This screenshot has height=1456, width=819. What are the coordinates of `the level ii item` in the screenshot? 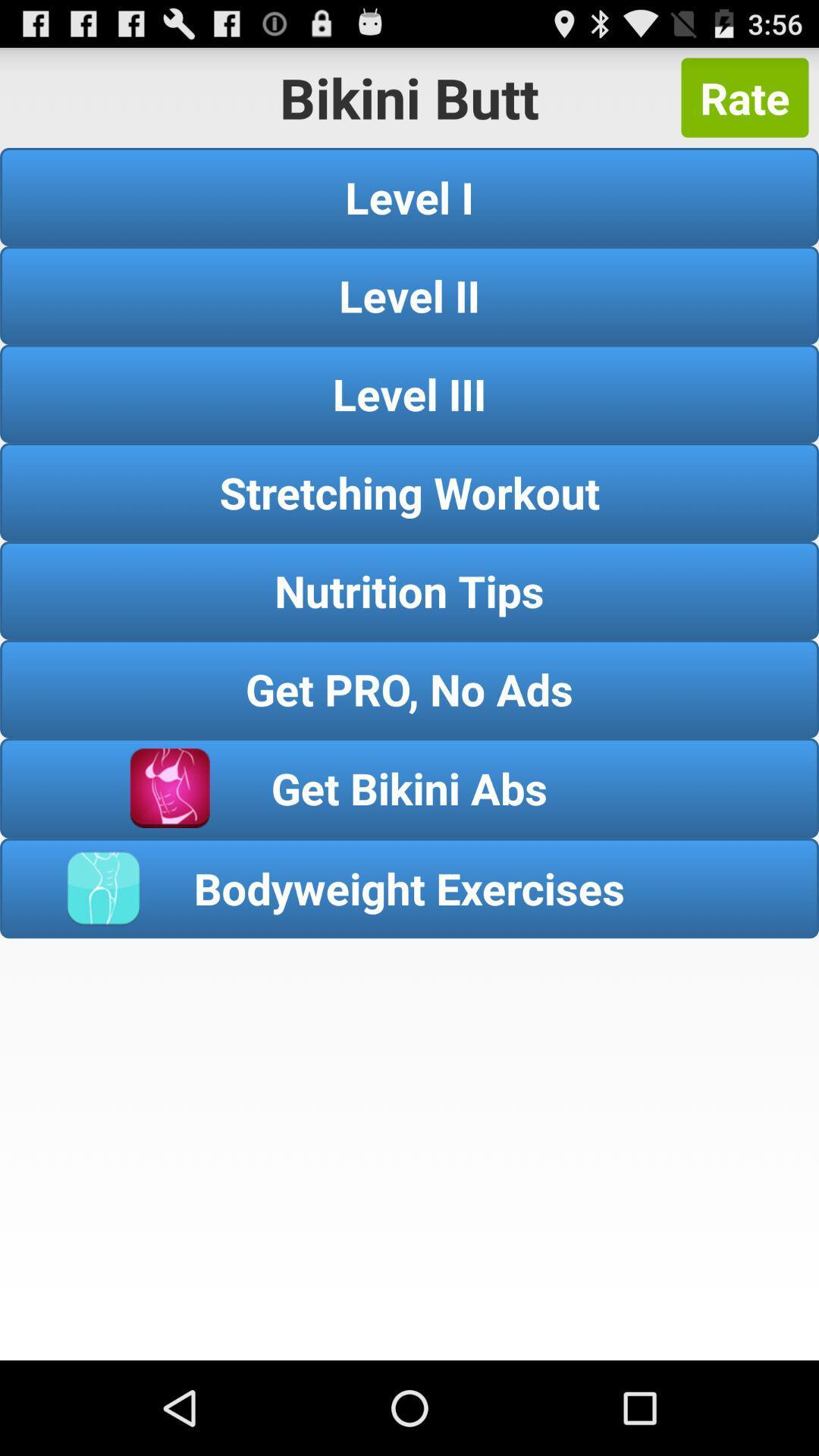 It's located at (409, 295).